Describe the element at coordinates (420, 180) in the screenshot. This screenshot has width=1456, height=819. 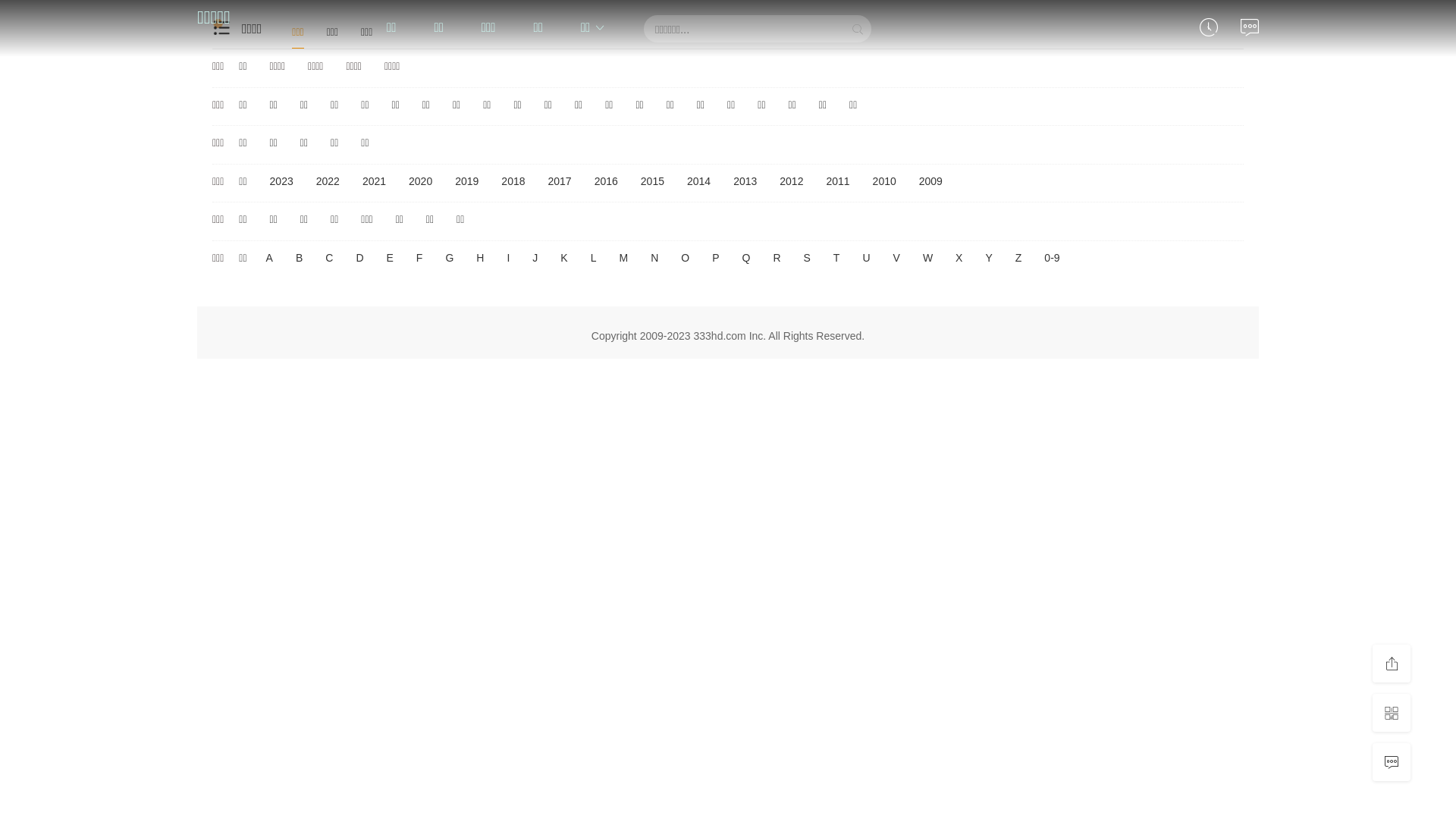
I see `'2020'` at that location.